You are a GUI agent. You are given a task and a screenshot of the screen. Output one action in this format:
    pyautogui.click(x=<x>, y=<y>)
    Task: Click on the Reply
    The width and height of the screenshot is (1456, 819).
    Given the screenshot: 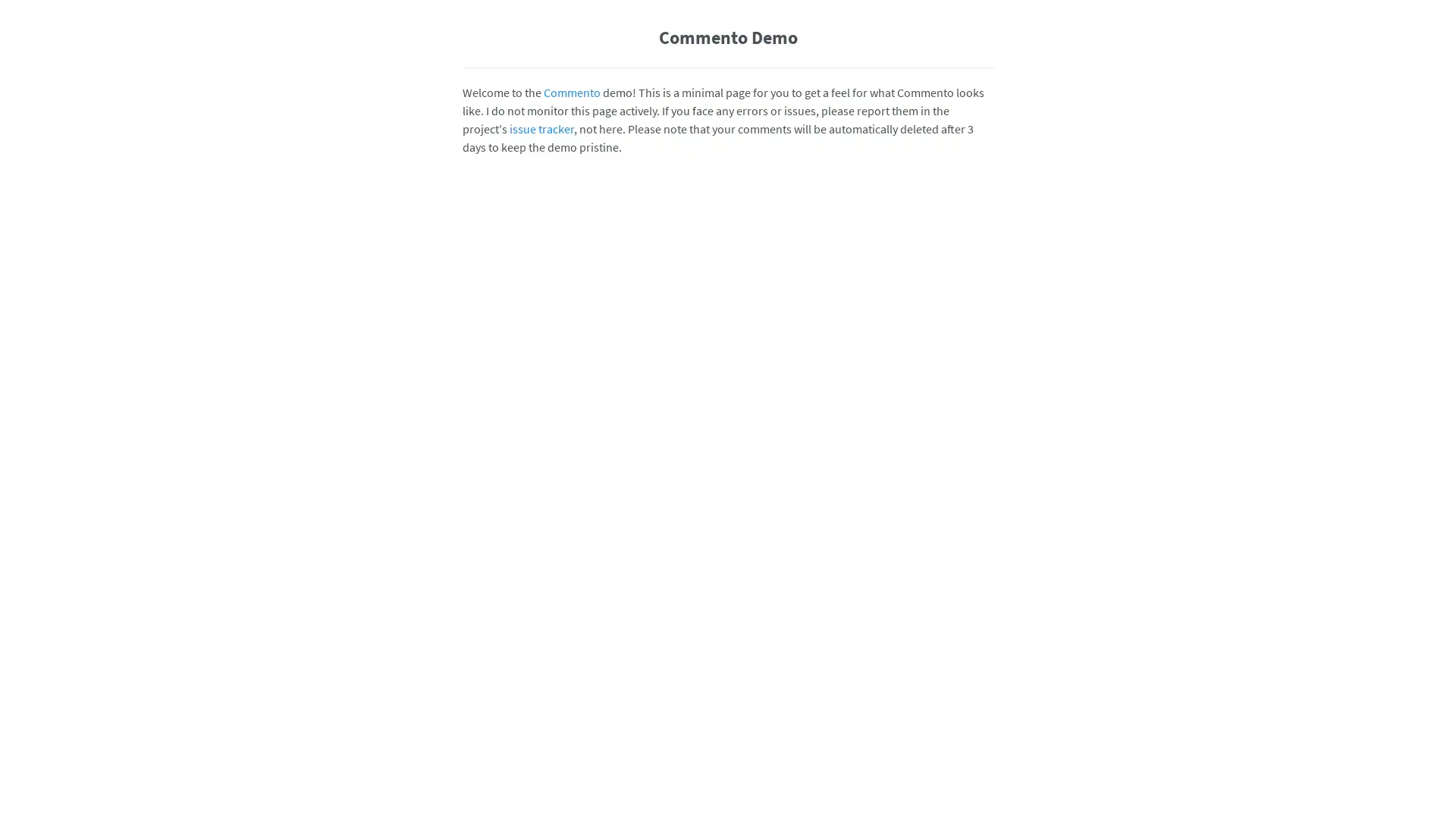 What is the action you would take?
    pyautogui.click(x=910, y=777)
    